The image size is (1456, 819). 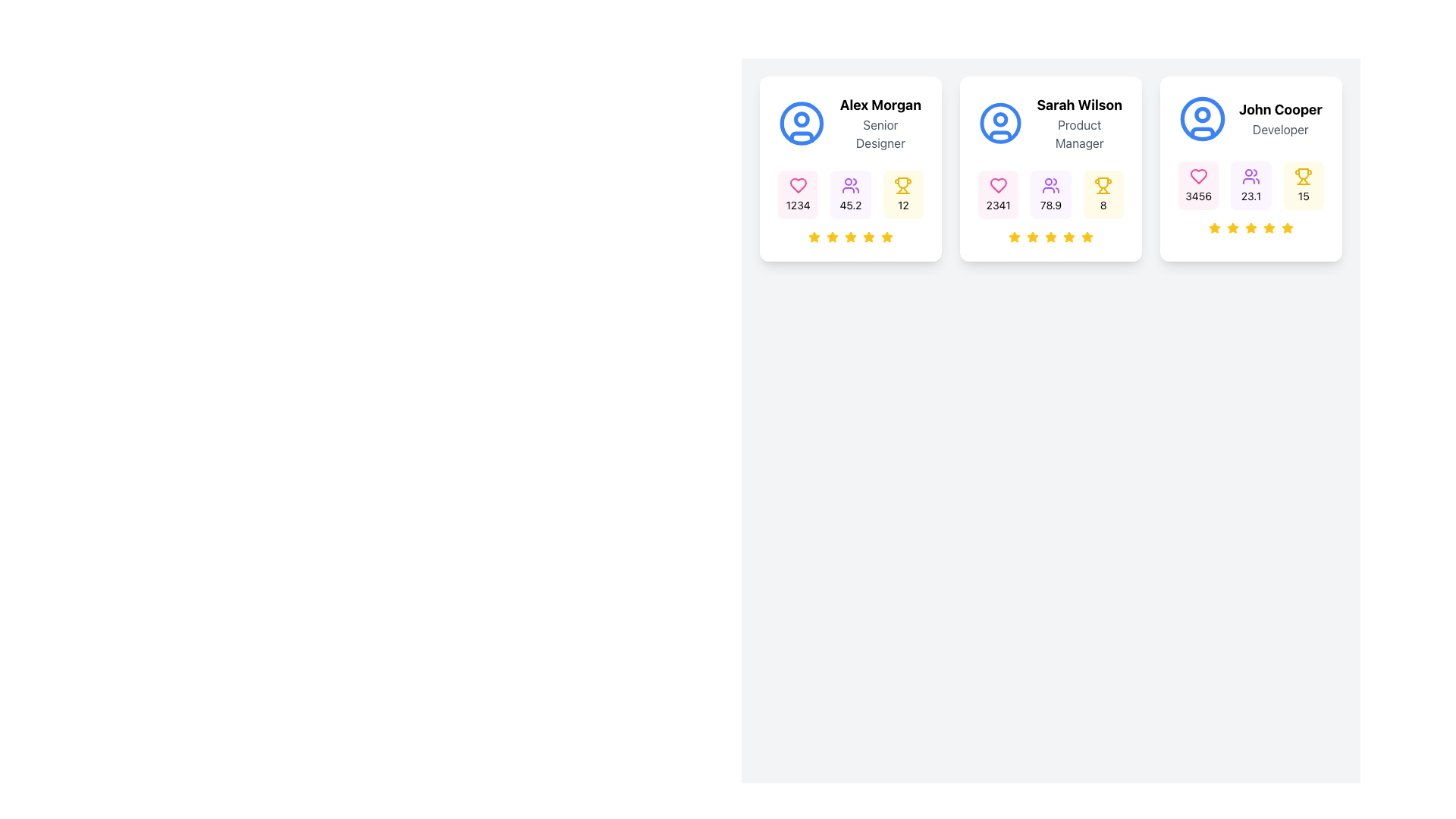 What do you see at coordinates (1287, 227) in the screenshot?
I see `the sixth star-shaped rating button in the profile card of 'John Cooper, Developer'` at bounding box center [1287, 227].